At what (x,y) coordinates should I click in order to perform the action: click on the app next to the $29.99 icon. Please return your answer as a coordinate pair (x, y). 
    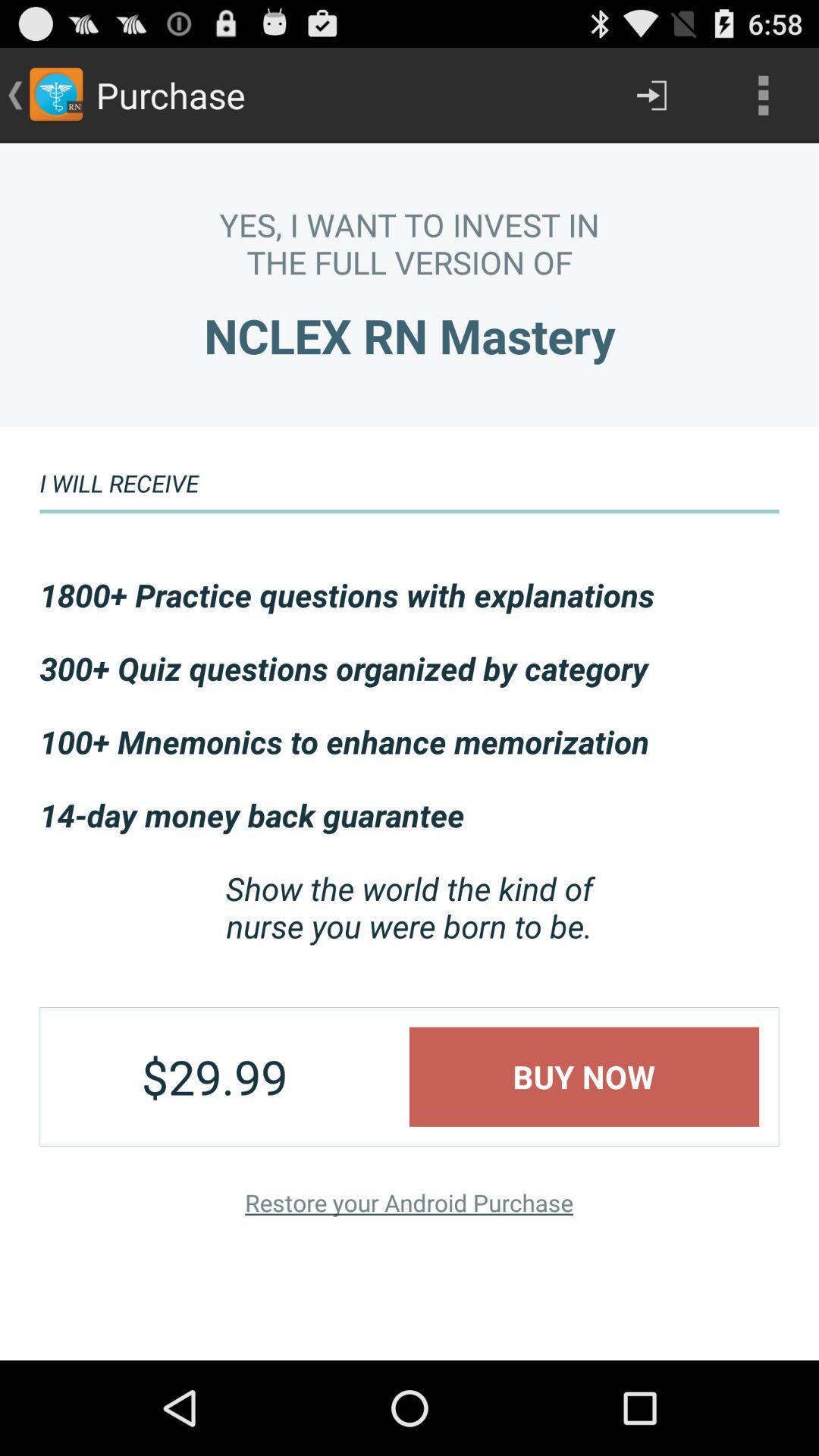
    Looking at the image, I should click on (583, 1076).